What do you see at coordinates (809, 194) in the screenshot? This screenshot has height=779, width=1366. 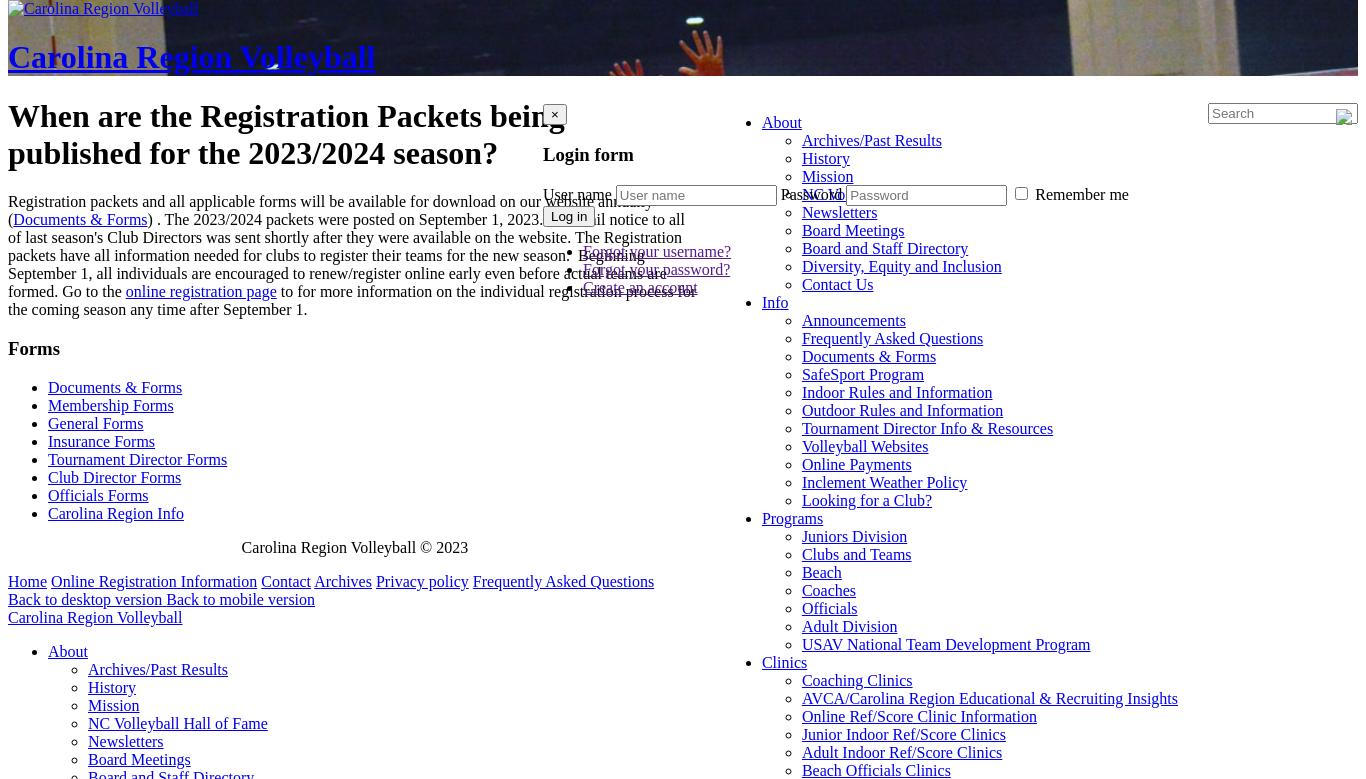 I see `'Password'` at bounding box center [809, 194].